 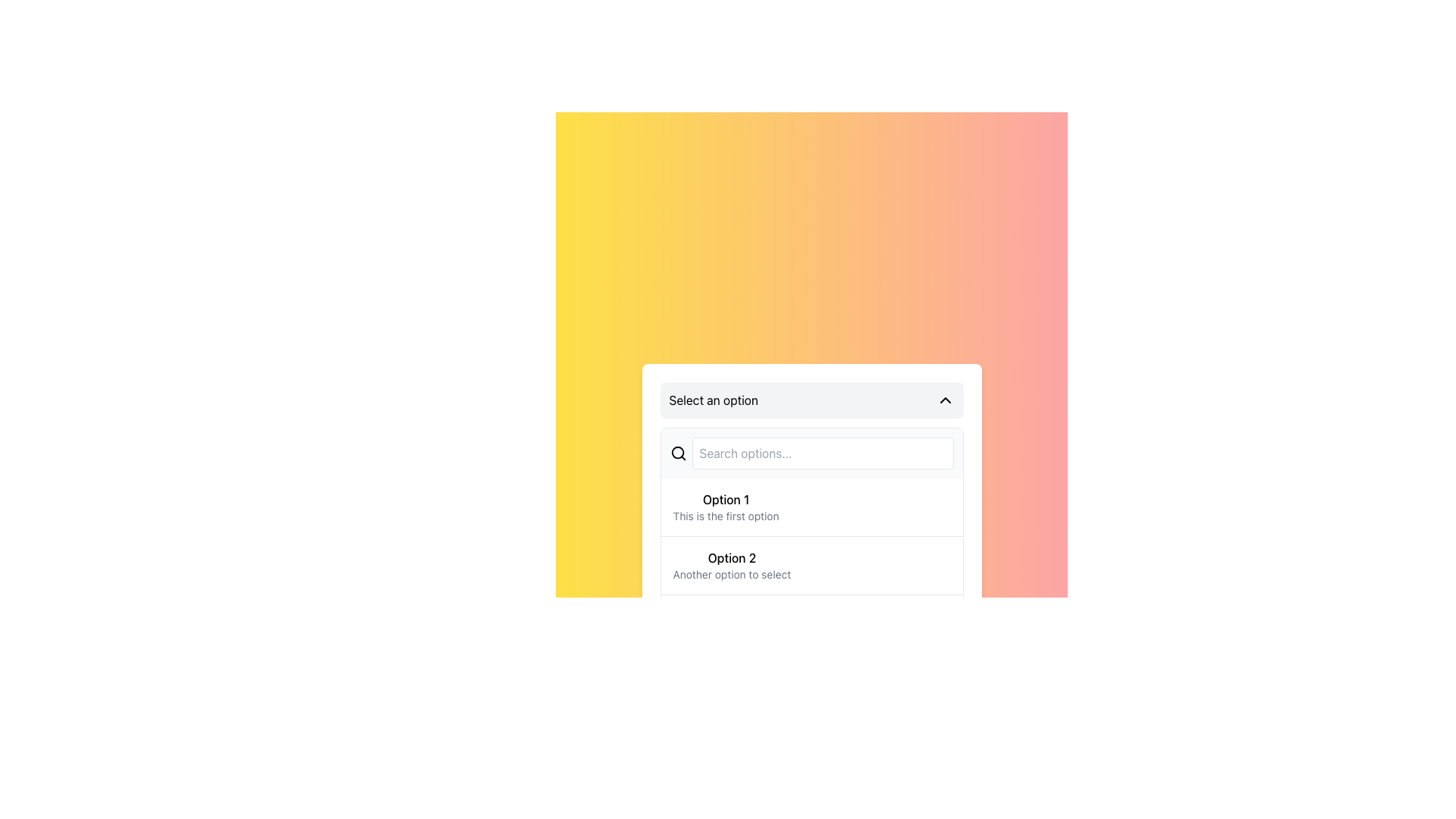 I want to click on the text label that reads 'Option 2' within the dropdown menu, so click(x=732, y=558).